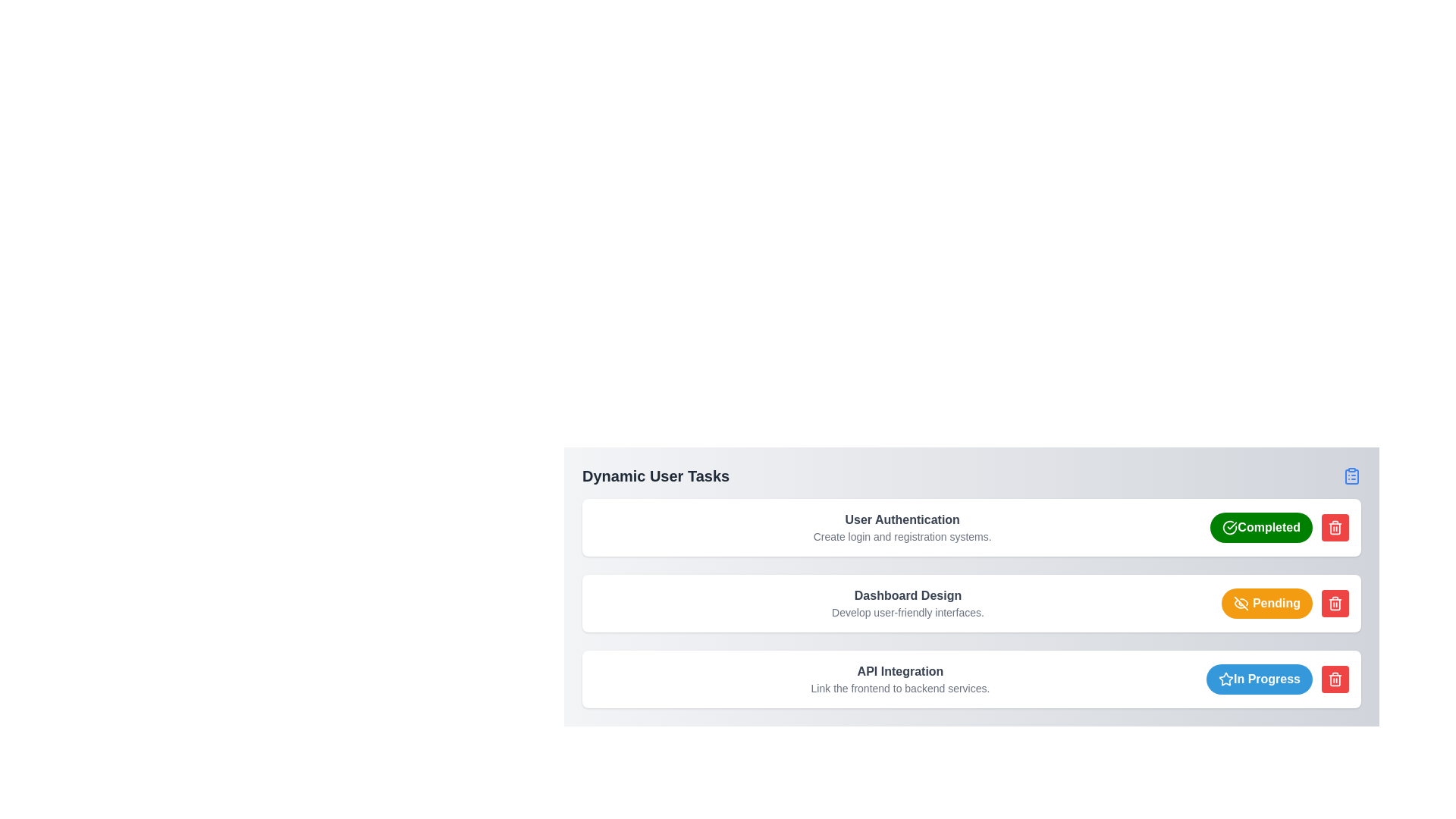  I want to click on the middle component of the trash icon, which is located at the rightmost area of each task entry, so click(1335, 679).